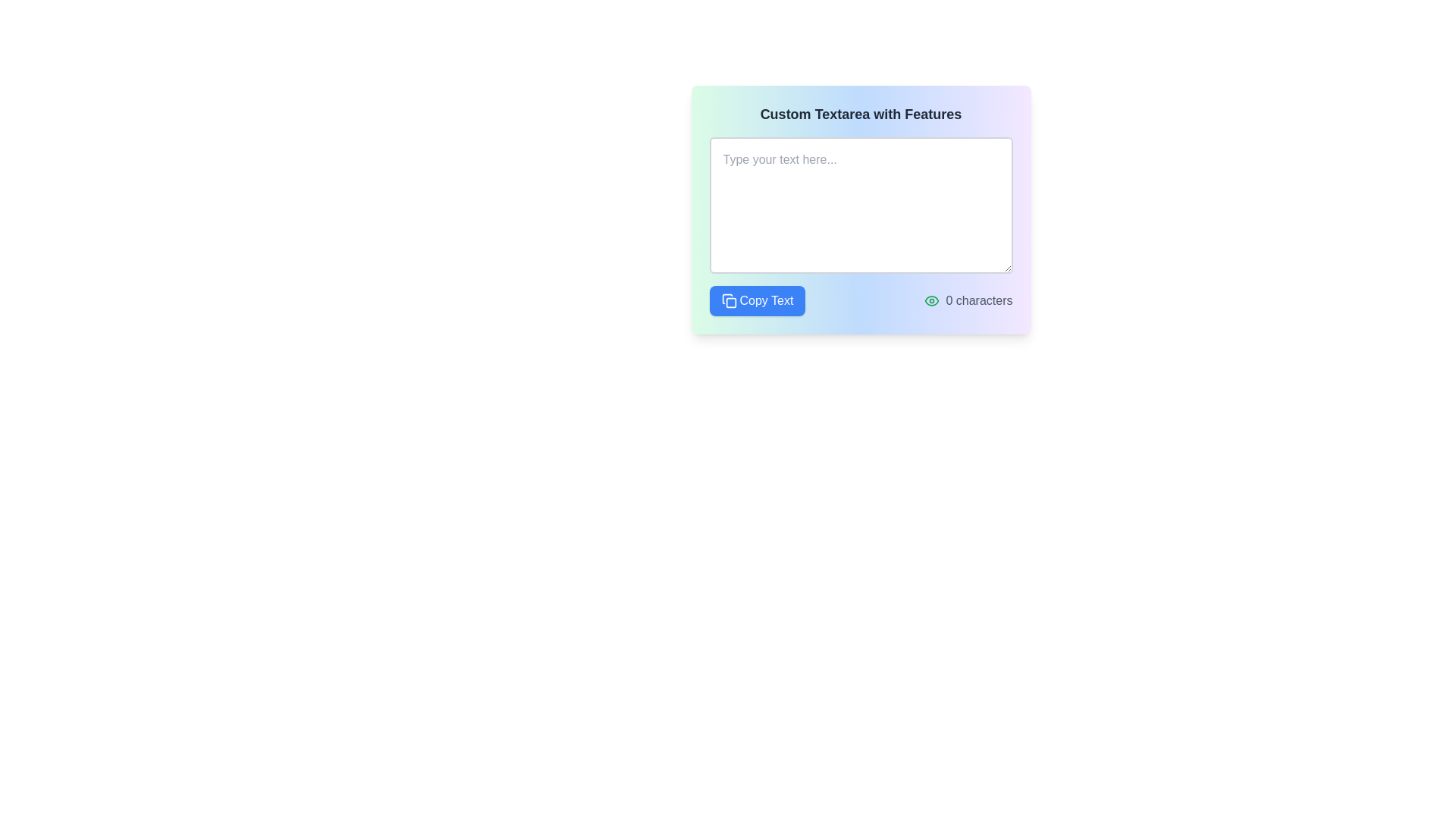  Describe the element at coordinates (979, 301) in the screenshot. I see `the character count indicator text label located at the bottom-right corner of the 'Custom Textarea with Features' box, which dynamically updates` at that location.